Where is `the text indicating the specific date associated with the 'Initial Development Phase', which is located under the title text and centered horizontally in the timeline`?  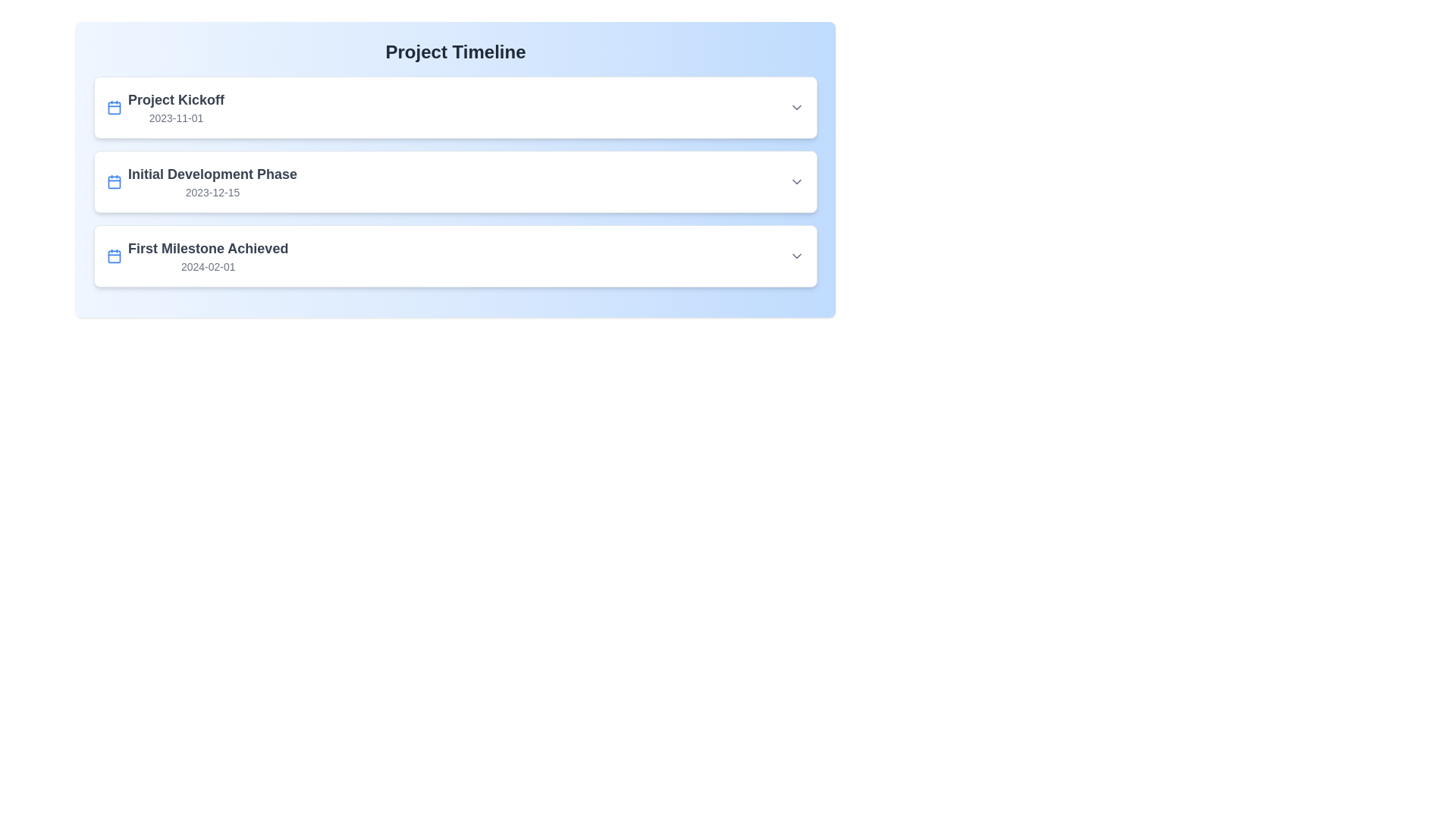
the text indicating the specific date associated with the 'Initial Development Phase', which is located under the title text and centered horizontally in the timeline is located at coordinates (212, 192).